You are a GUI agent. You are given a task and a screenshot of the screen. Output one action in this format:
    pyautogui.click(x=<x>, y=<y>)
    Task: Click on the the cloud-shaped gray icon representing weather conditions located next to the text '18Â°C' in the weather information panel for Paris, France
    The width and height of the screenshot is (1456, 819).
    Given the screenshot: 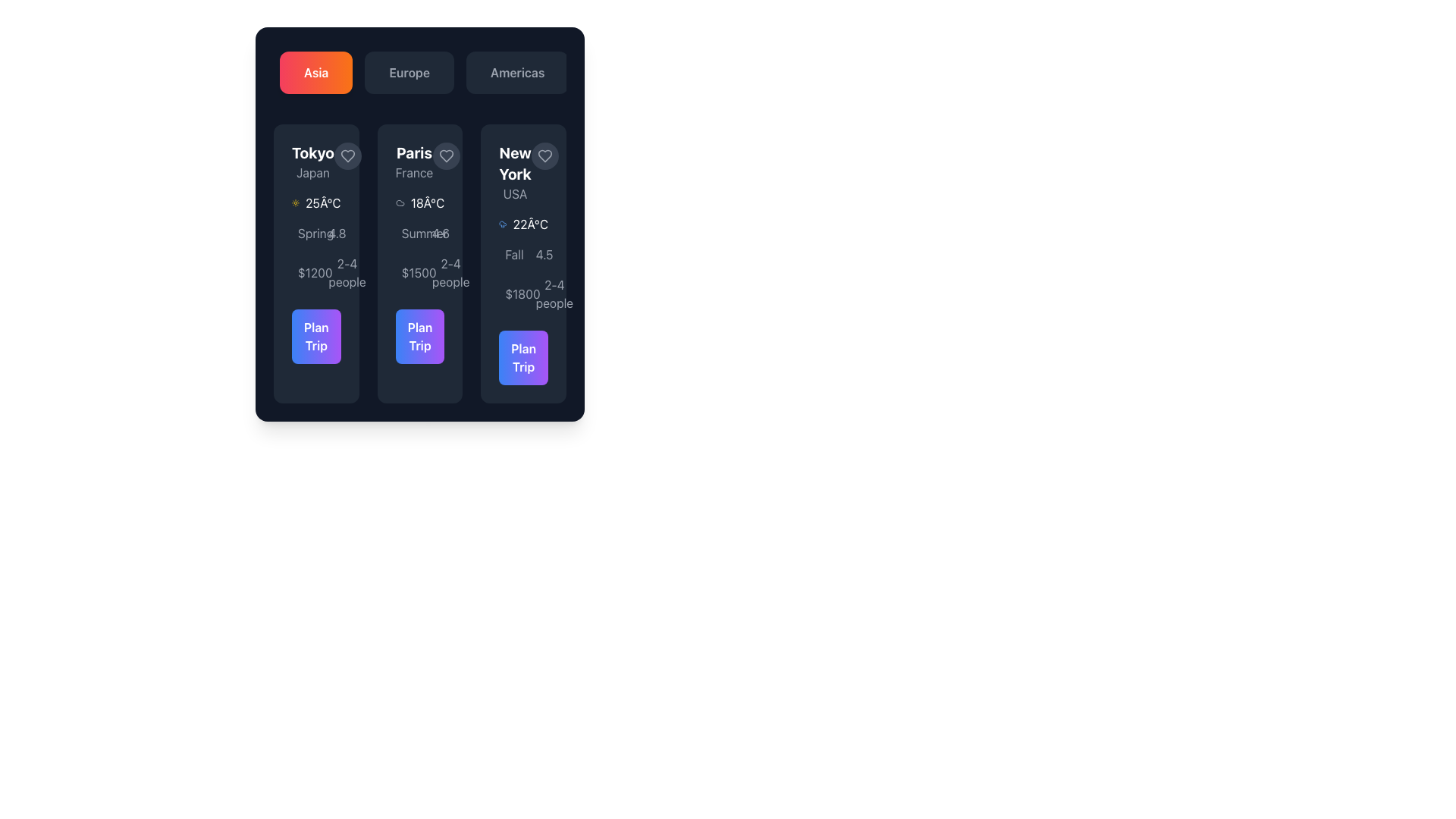 What is the action you would take?
    pyautogui.click(x=400, y=202)
    